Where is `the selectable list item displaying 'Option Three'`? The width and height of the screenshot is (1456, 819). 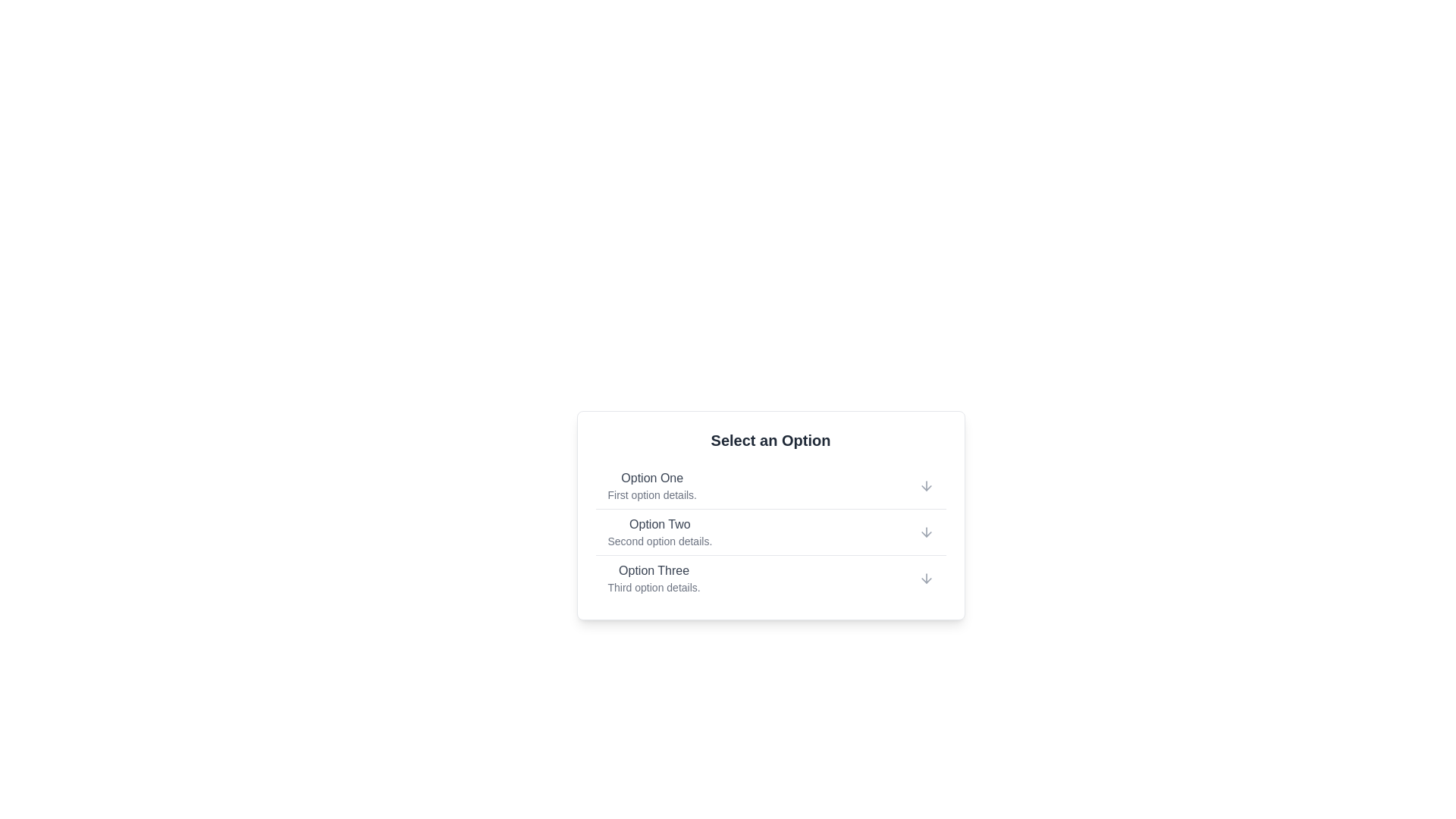 the selectable list item displaying 'Option Three' is located at coordinates (770, 576).